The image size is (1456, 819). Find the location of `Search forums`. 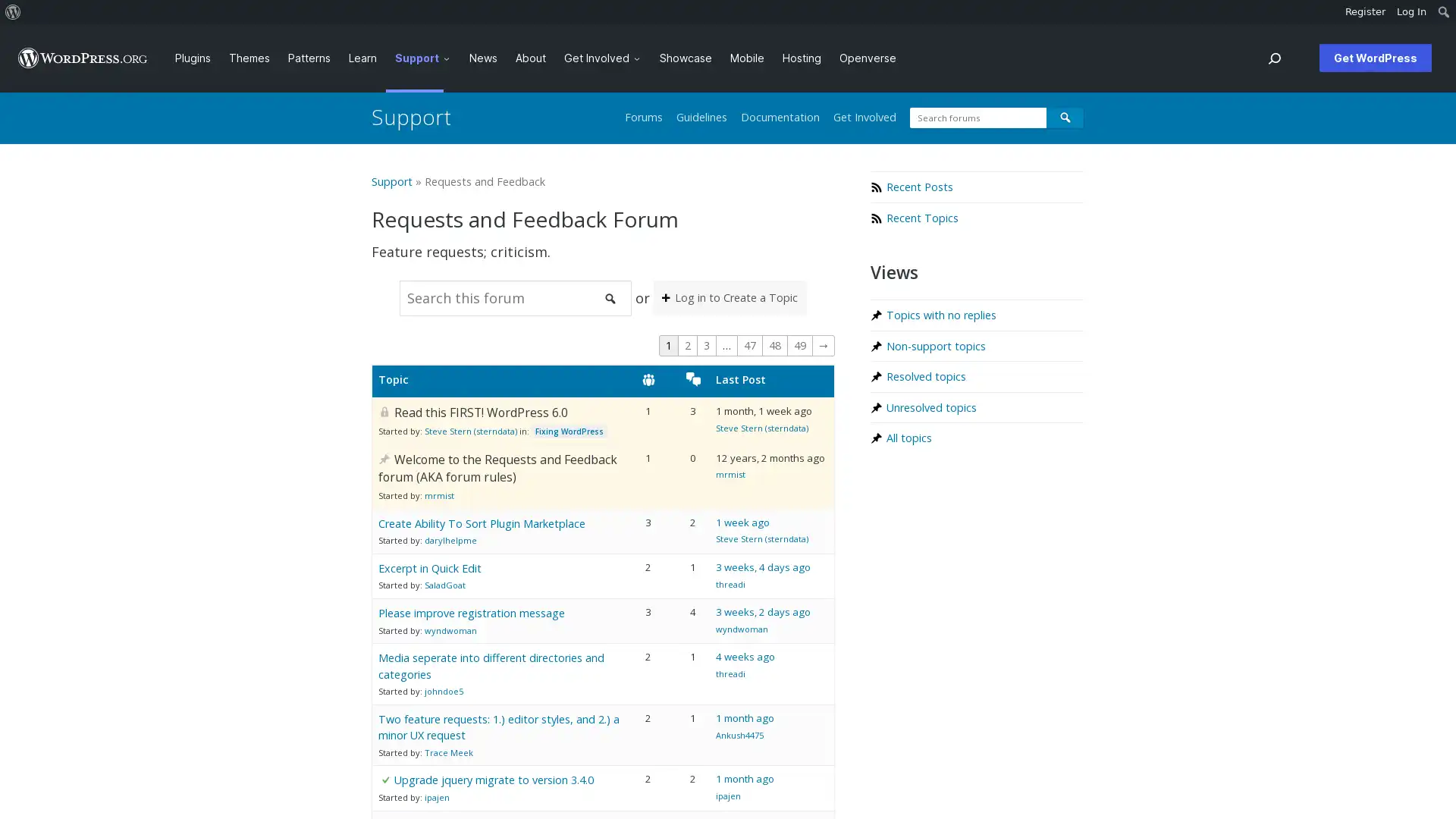

Search forums is located at coordinates (1065, 117).